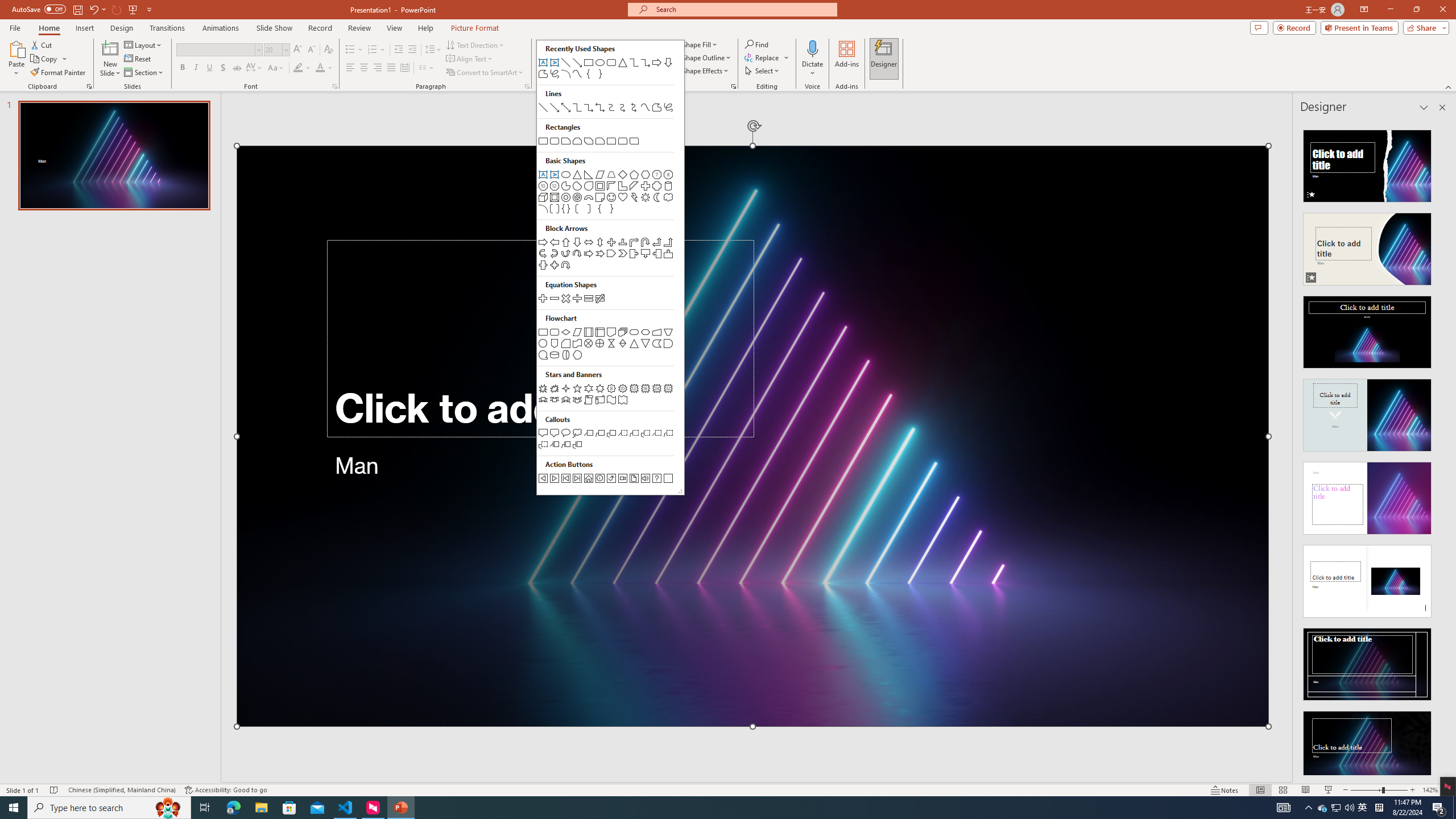 Image resolution: width=1456 pixels, height=819 pixels. What do you see at coordinates (183, 67) in the screenshot?
I see `'Bold'` at bounding box center [183, 67].